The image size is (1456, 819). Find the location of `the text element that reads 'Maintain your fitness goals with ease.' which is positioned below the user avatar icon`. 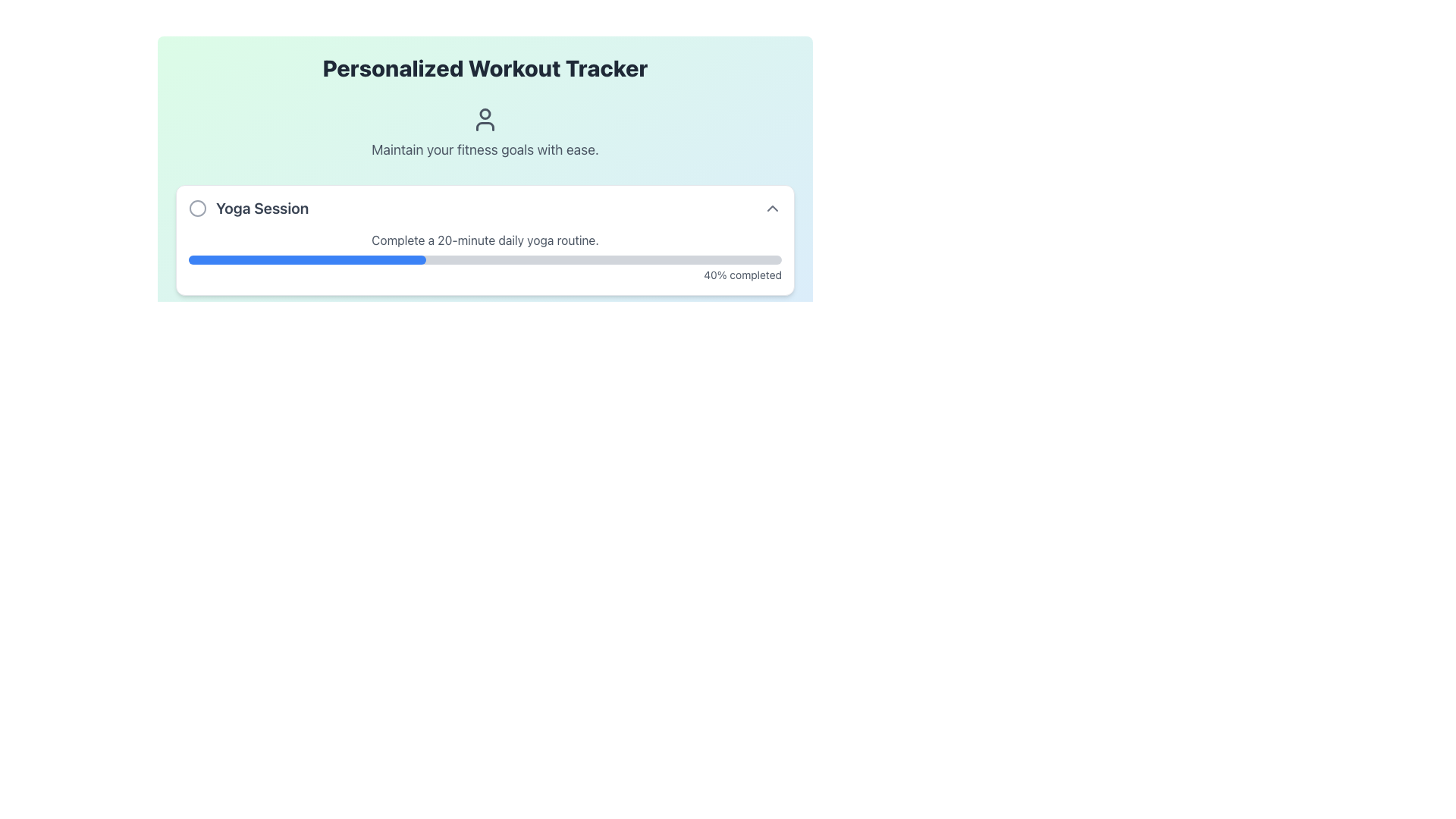

the text element that reads 'Maintain your fitness goals with ease.' which is positioned below the user avatar icon is located at coordinates (484, 149).